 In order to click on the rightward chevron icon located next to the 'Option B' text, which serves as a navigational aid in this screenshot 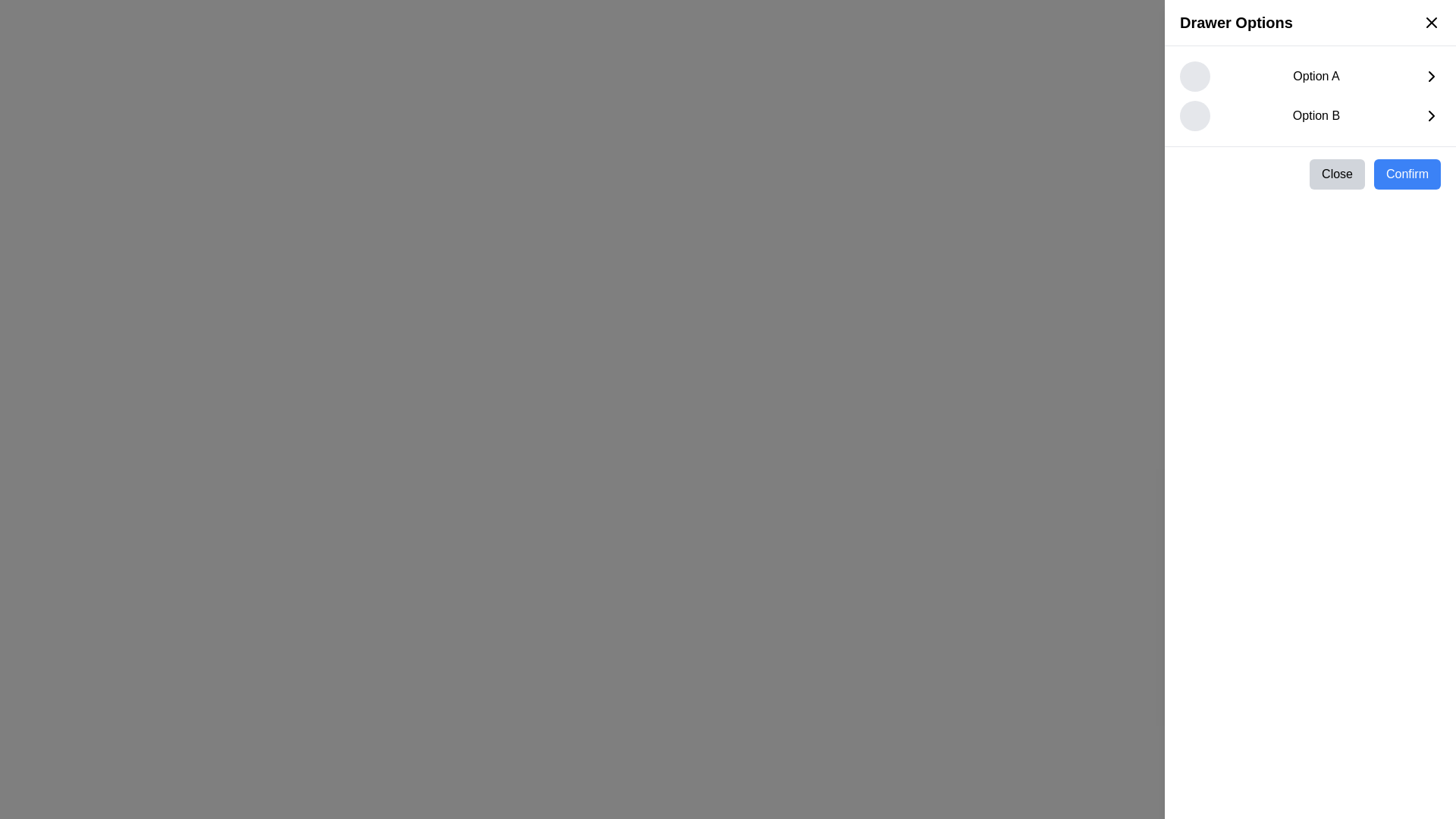, I will do `click(1430, 115)`.